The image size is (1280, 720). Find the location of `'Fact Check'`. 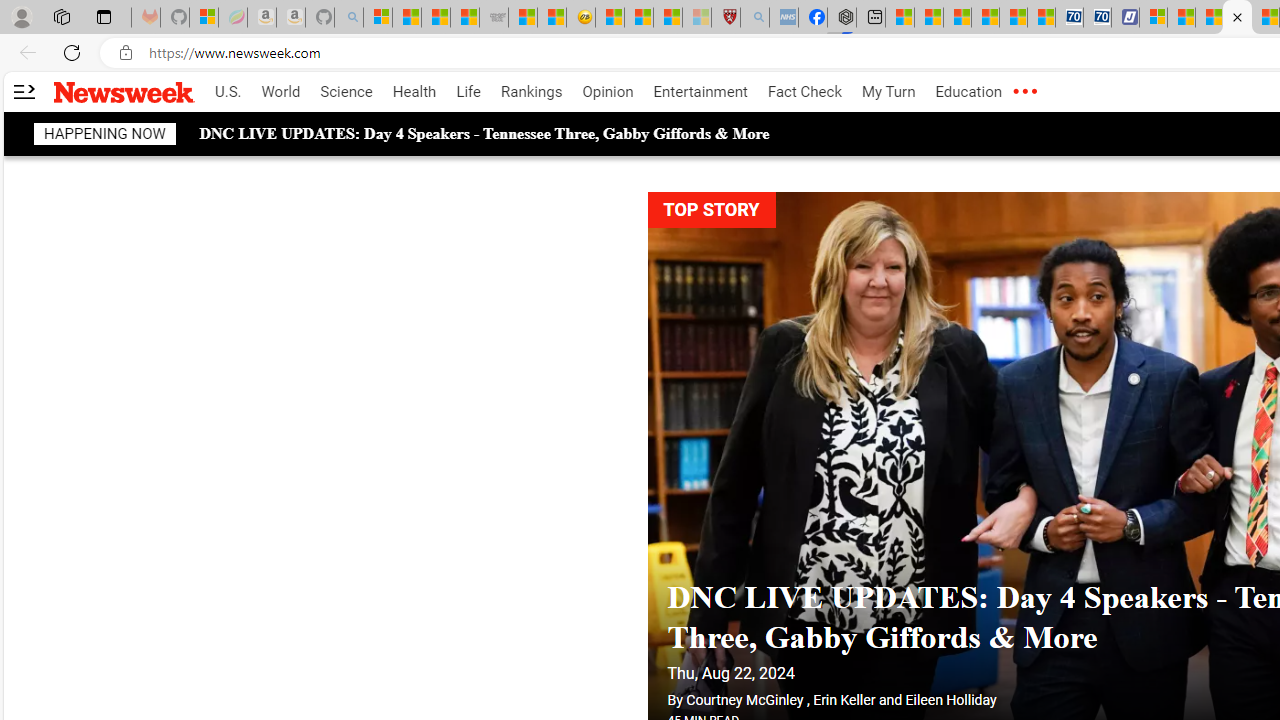

'Fact Check' is located at coordinates (804, 92).